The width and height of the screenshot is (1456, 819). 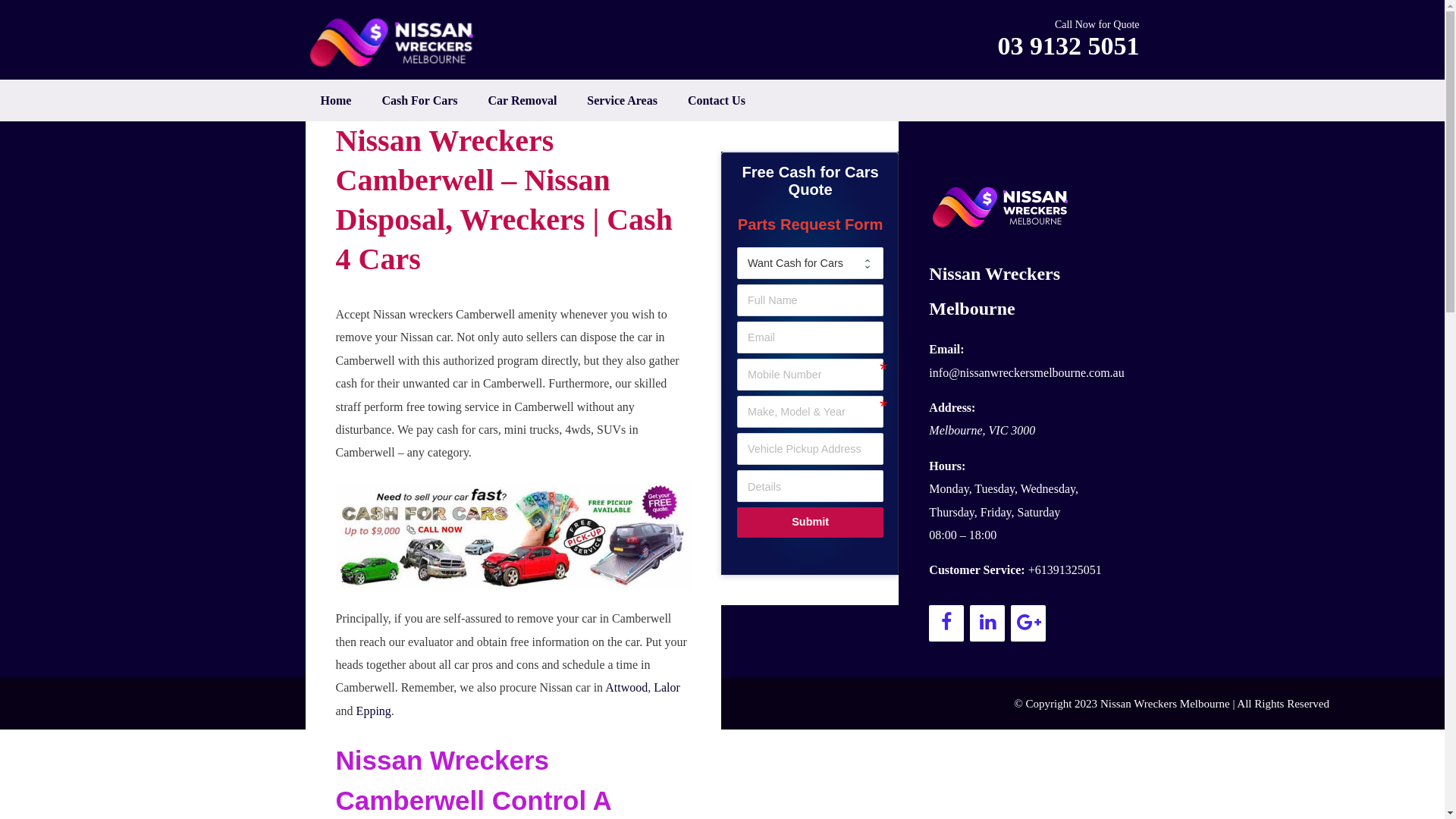 What do you see at coordinates (997, 45) in the screenshot?
I see `'03 9132 5051'` at bounding box center [997, 45].